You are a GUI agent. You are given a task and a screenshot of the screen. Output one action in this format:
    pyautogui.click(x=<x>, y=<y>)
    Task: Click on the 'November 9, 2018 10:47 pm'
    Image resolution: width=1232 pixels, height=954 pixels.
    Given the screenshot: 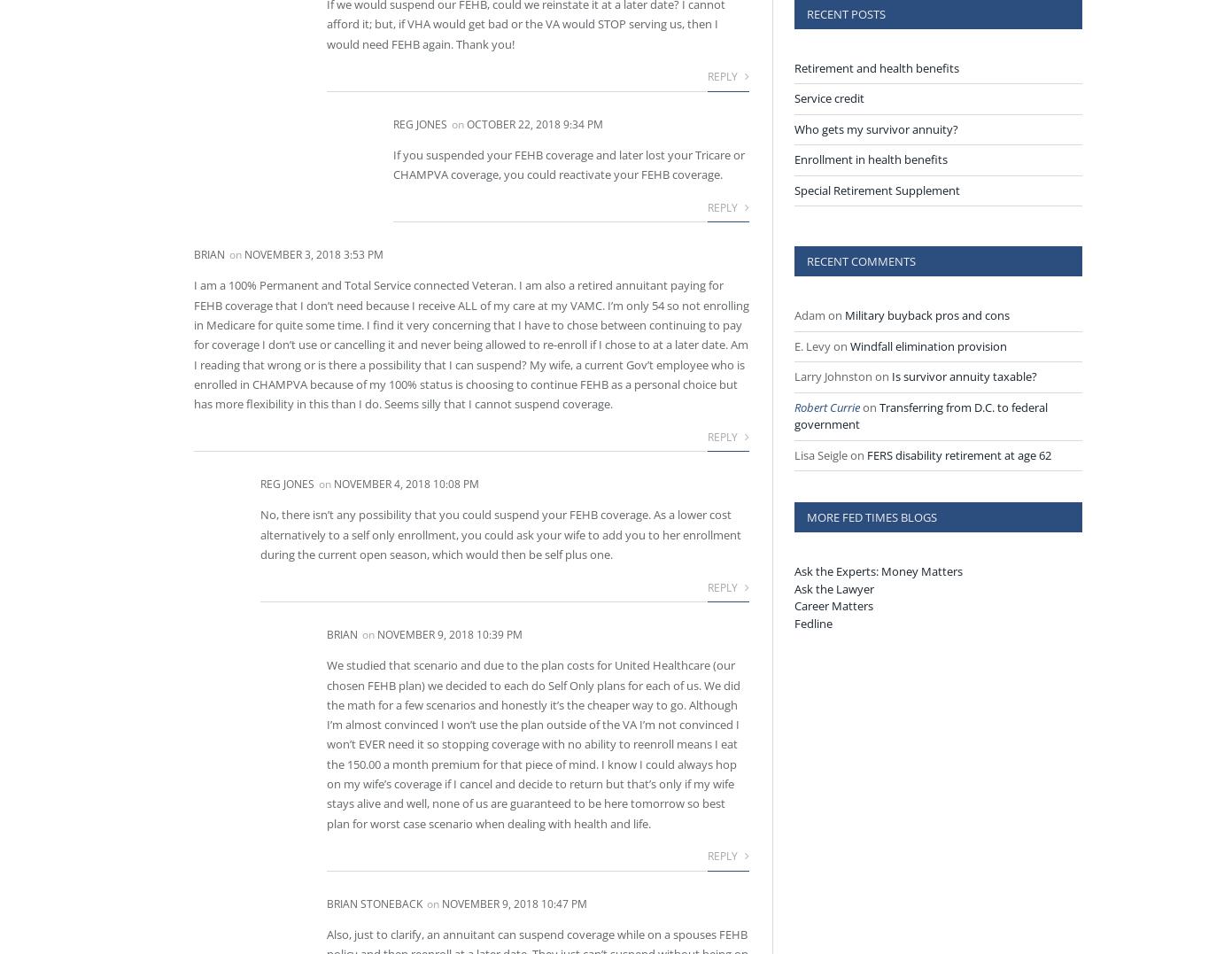 What is the action you would take?
    pyautogui.click(x=514, y=902)
    